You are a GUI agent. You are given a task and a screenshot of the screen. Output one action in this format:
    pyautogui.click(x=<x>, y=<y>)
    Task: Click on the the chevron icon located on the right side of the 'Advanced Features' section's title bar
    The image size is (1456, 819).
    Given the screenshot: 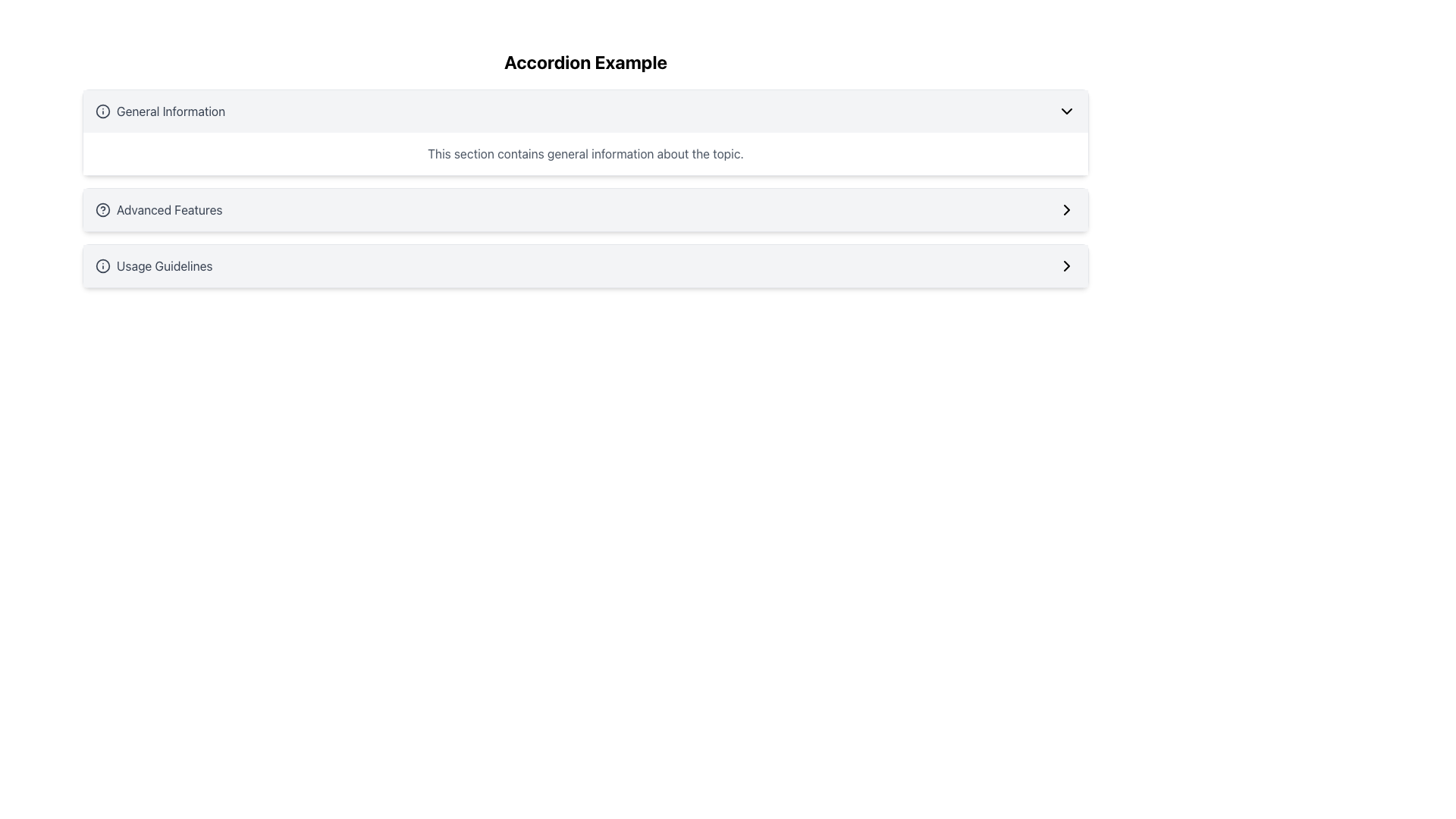 What is the action you would take?
    pyautogui.click(x=1065, y=210)
    